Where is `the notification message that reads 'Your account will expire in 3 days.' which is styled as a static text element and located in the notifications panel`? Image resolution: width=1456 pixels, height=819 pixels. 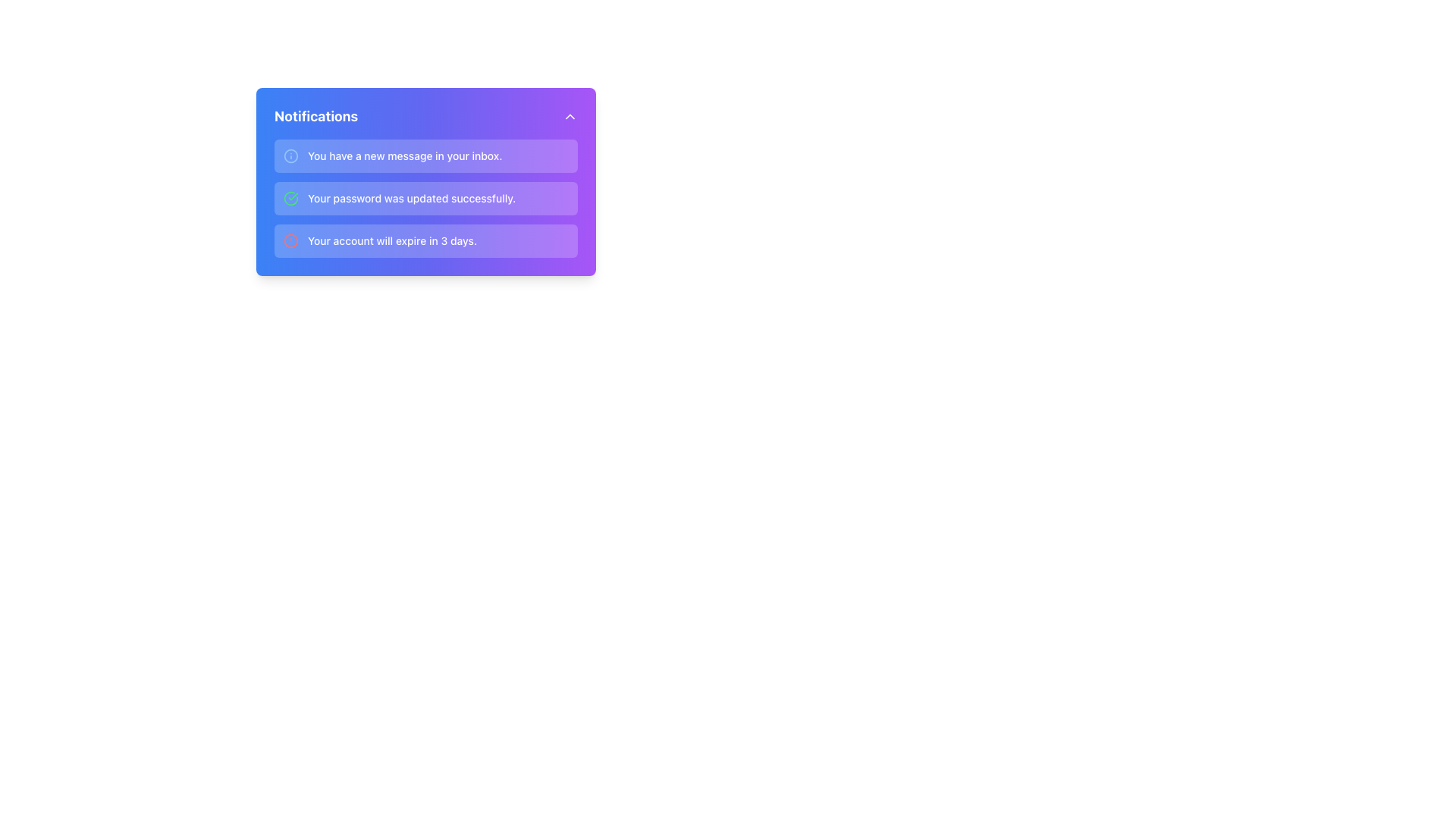
the notification message that reads 'Your account will expire in 3 days.' which is styled as a static text element and located in the notifications panel is located at coordinates (392, 240).